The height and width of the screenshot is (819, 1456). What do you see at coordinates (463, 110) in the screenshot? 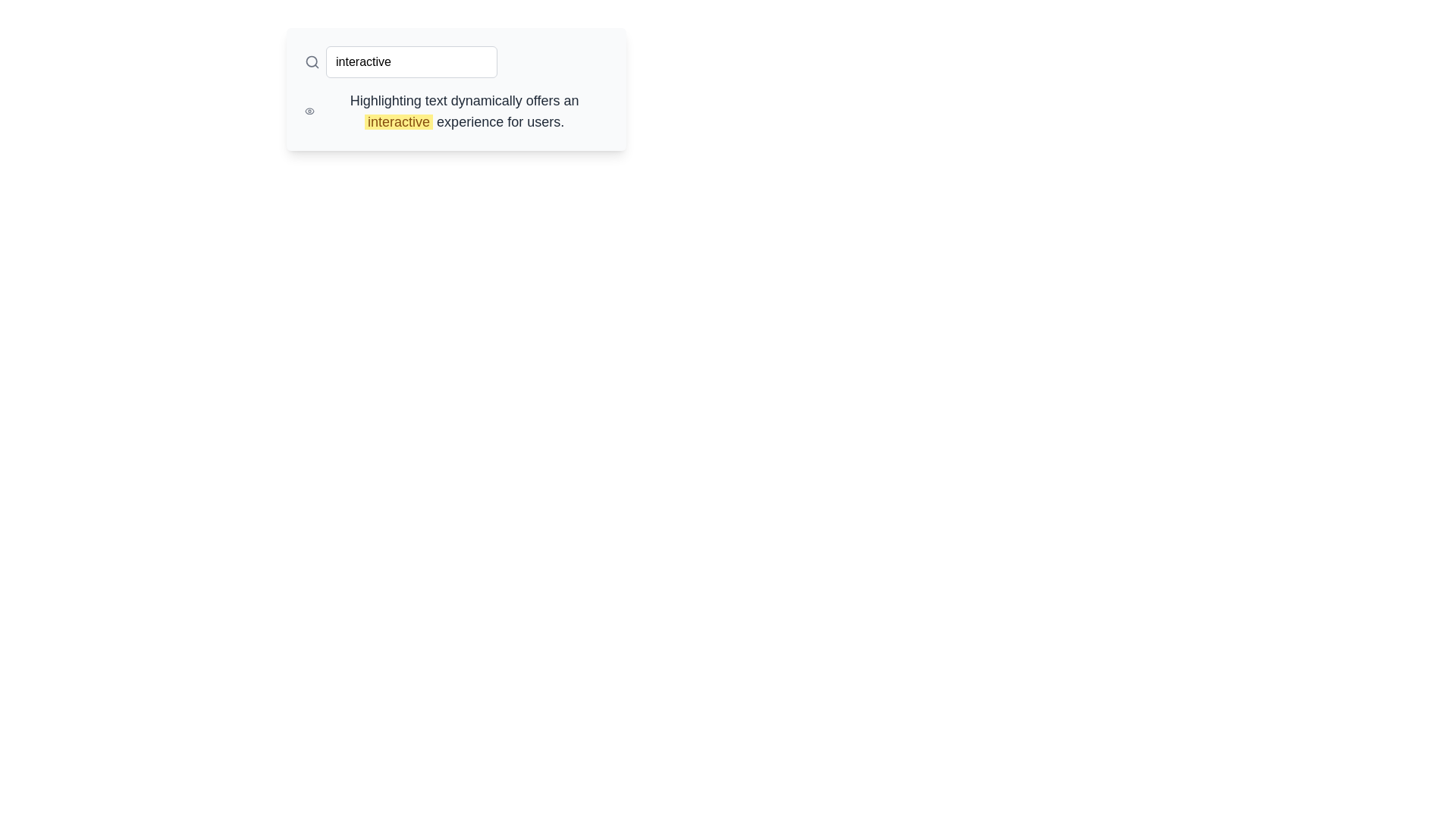
I see `the highlighted word 'interactive' in the textual element that features a distinctive yellow highlight and is styled differently from the rest of the text` at bounding box center [463, 110].